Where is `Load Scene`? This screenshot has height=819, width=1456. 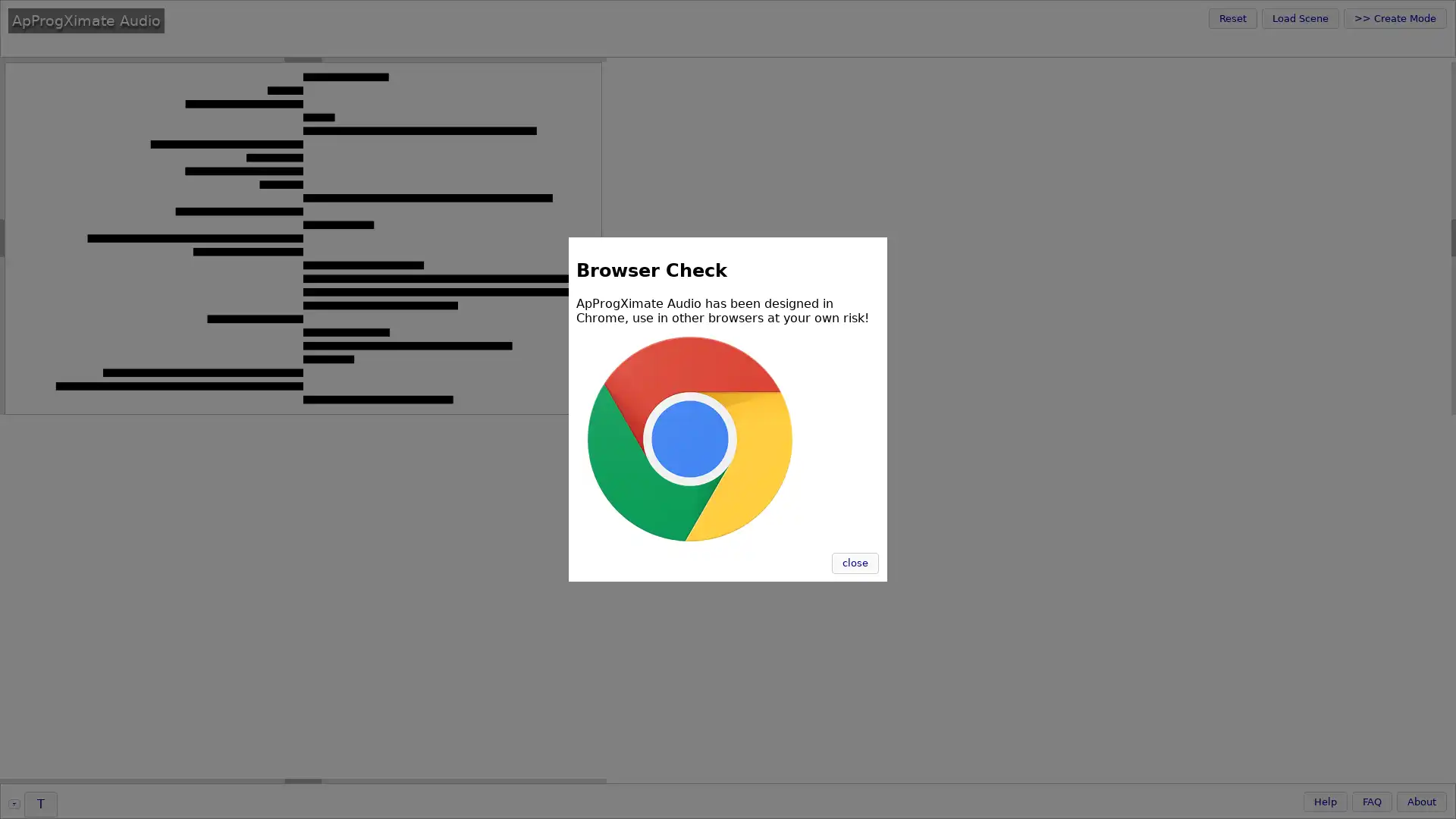
Load Scene is located at coordinates (1299, 18).